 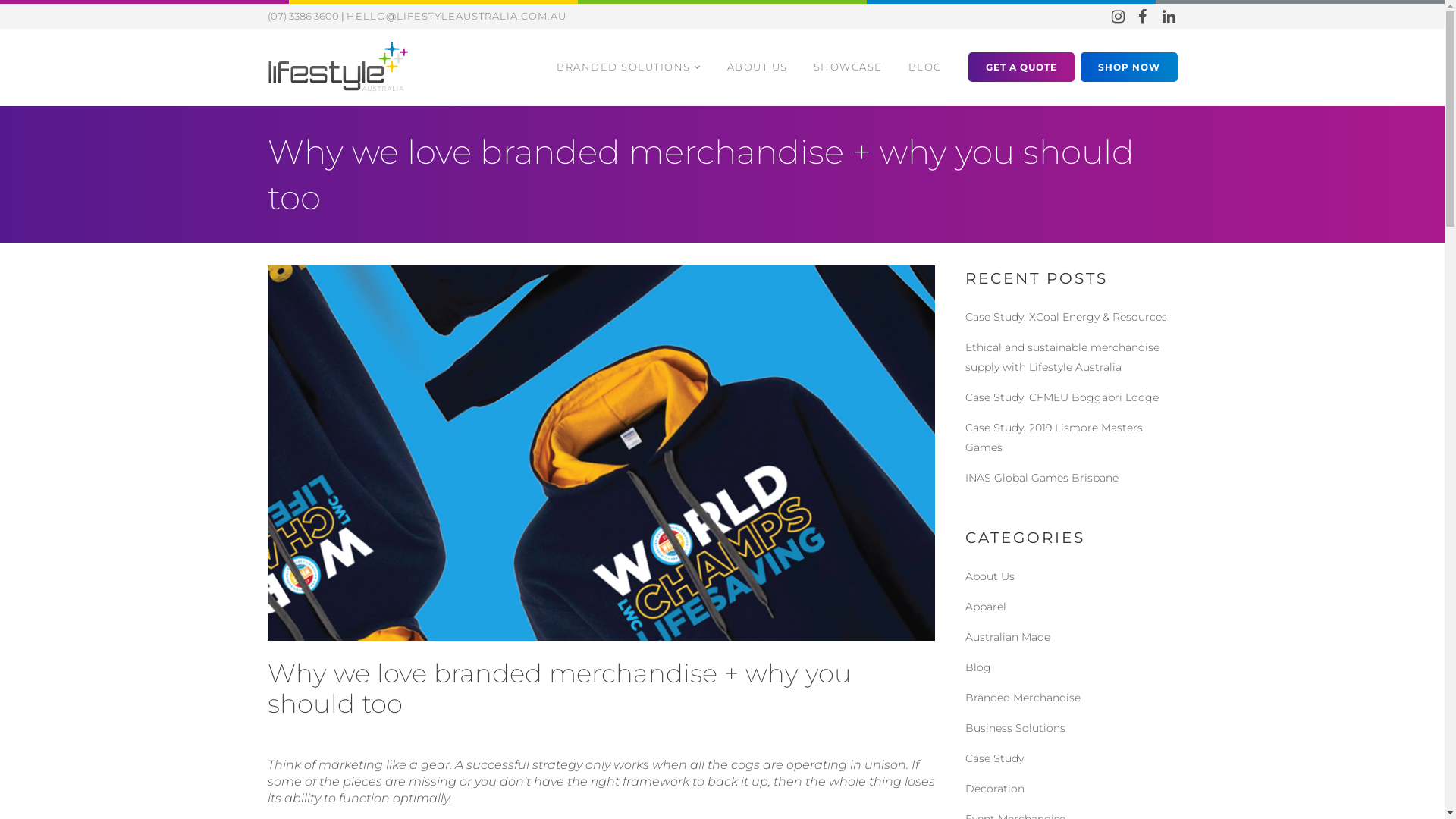 What do you see at coordinates (543, 66) in the screenshot?
I see `'BRANDED SOLUTIONS'` at bounding box center [543, 66].